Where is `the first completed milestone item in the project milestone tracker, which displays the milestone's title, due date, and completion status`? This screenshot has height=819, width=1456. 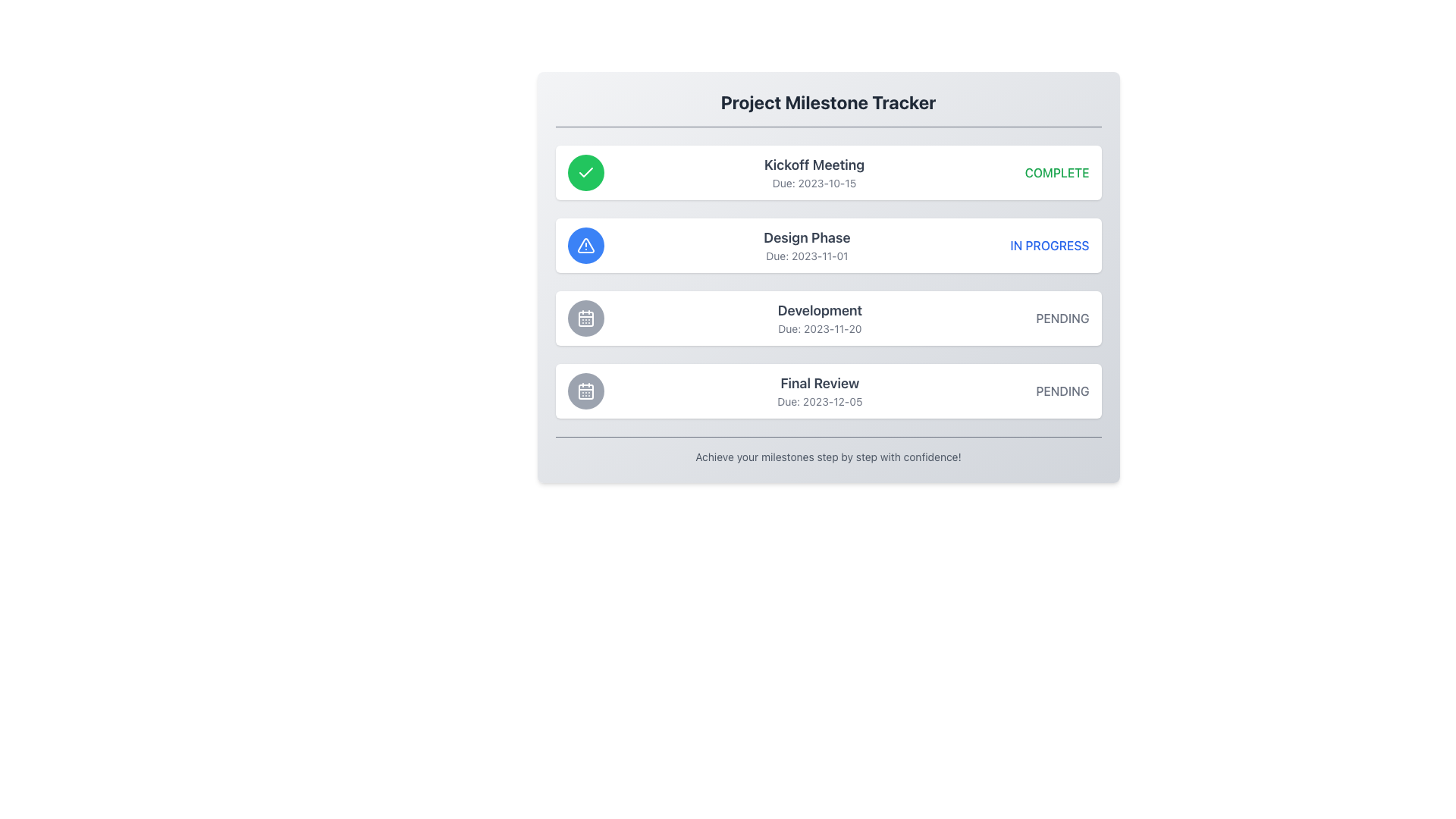 the first completed milestone item in the project milestone tracker, which displays the milestone's title, due date, and completion status is located at coordinates (827, 171).